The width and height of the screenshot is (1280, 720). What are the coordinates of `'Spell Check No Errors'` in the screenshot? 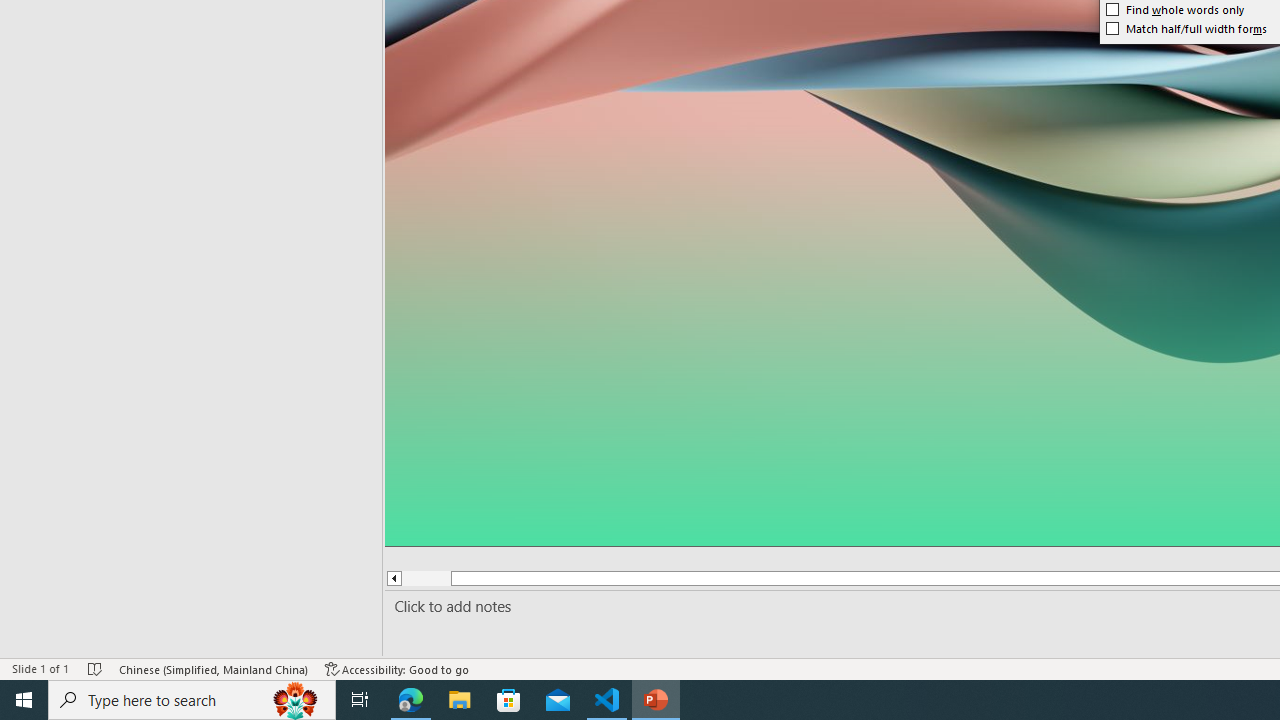 It's located at (95, 669).